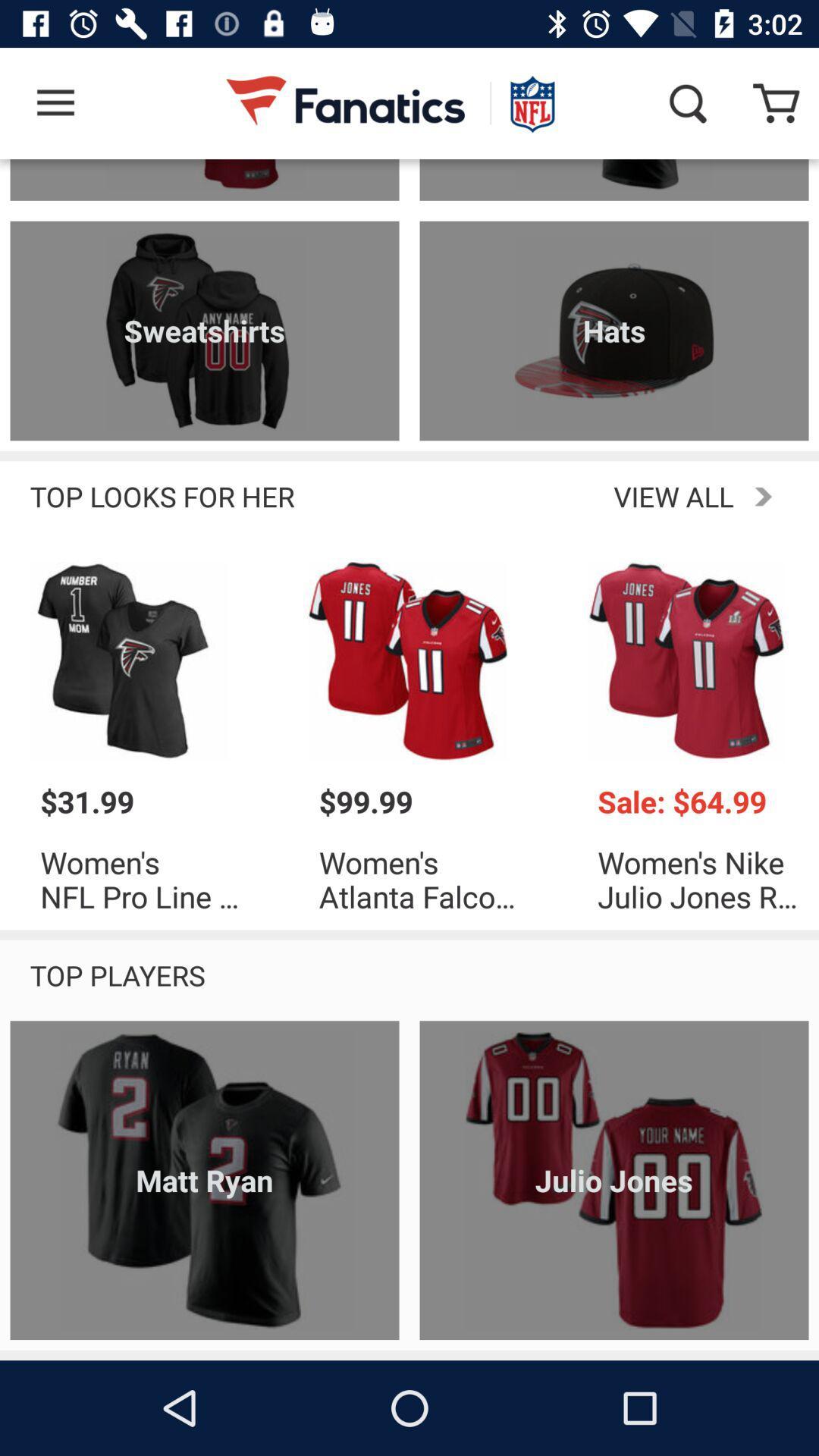 Image resolution: width=819 pixels, height=1456 pixels. I want to click on the item next to the top looks for icon, so click(551, 496).